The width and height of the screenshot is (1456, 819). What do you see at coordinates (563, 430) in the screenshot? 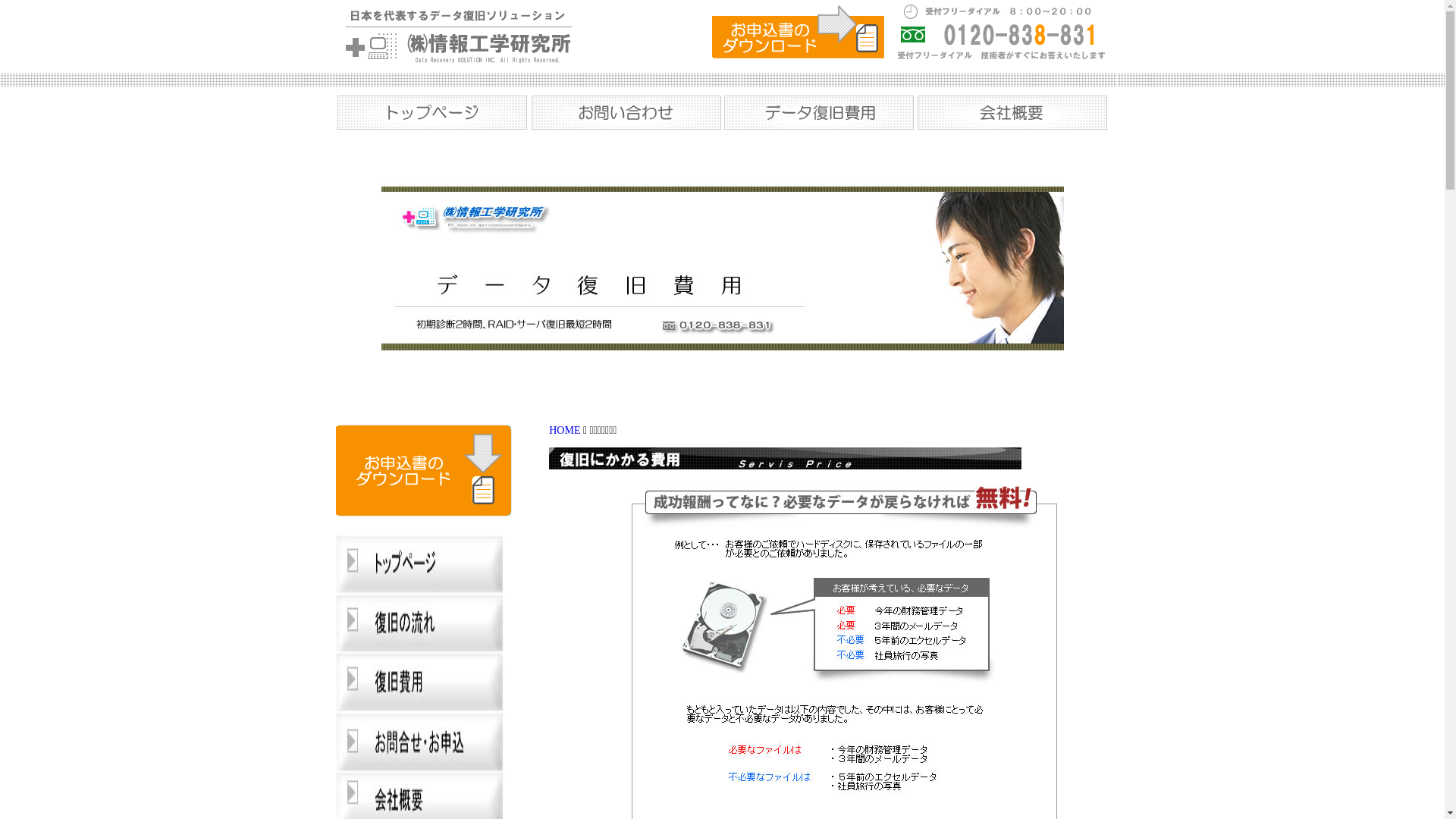
I see `'HOME'` at bounding box center [563, 430].